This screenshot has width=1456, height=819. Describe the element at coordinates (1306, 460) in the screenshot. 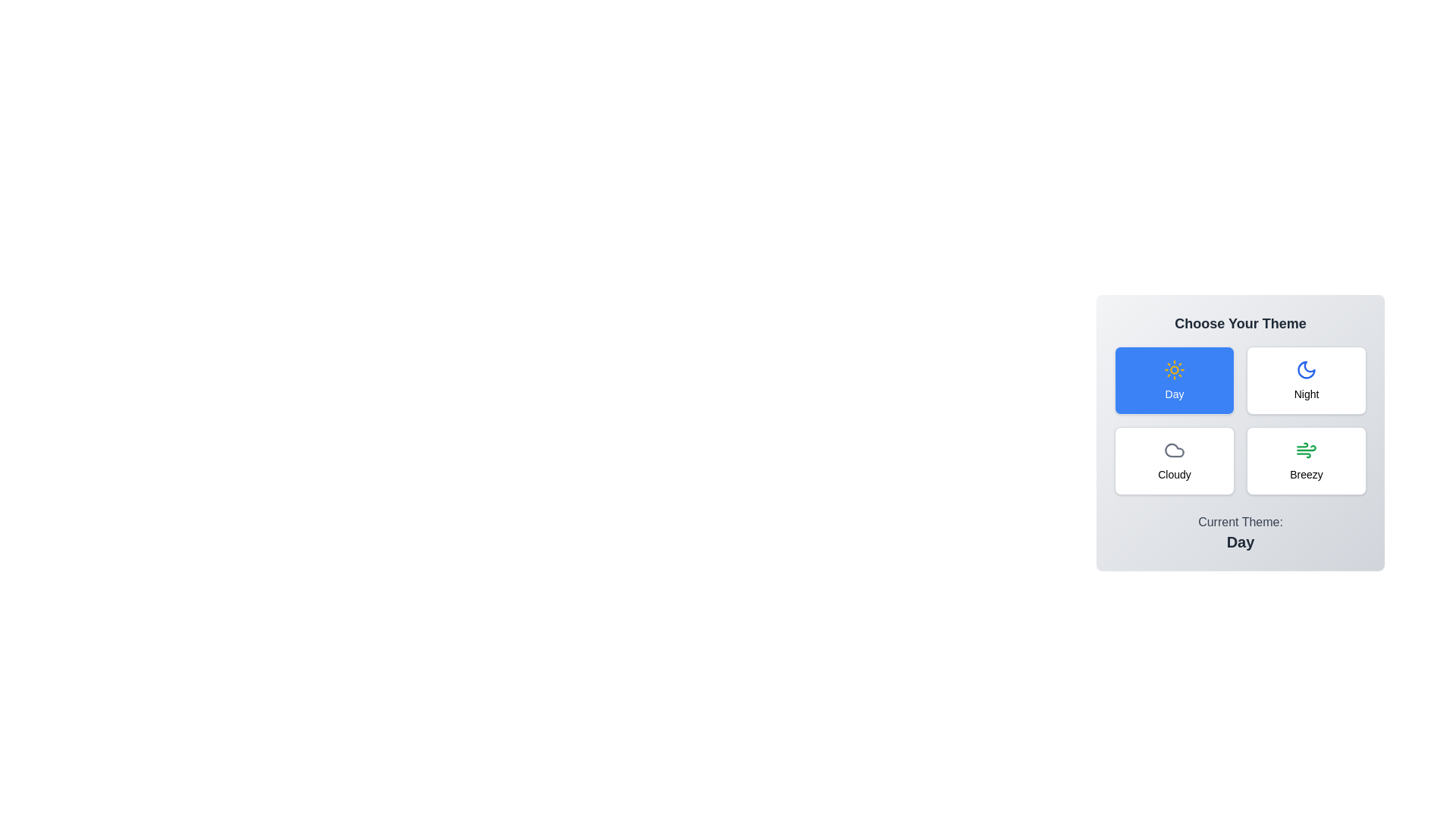

I see `the button corresponding to the theme Breezy` at that location.